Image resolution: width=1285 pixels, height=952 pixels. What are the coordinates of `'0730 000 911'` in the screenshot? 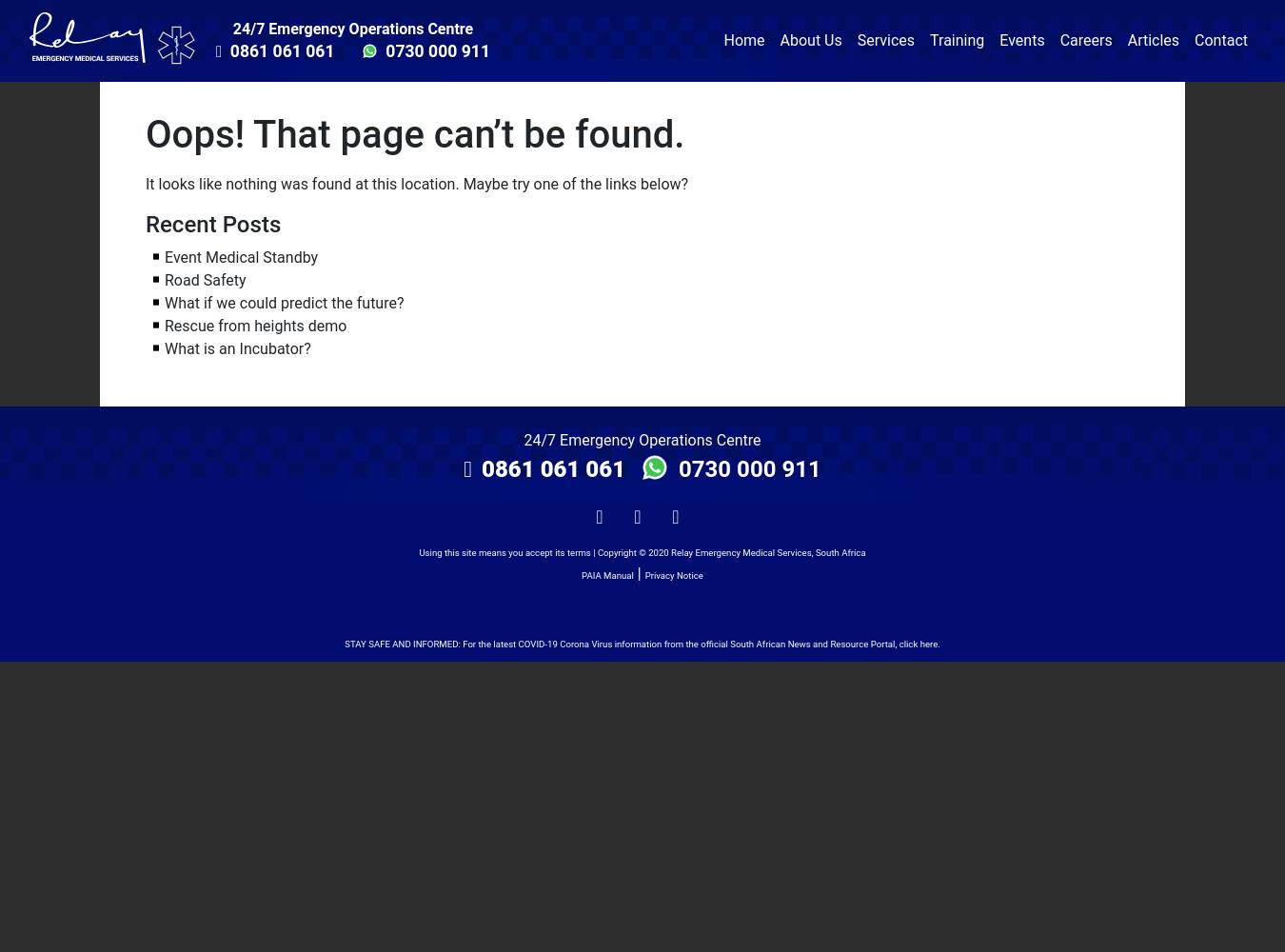 It's located at (745, 467).